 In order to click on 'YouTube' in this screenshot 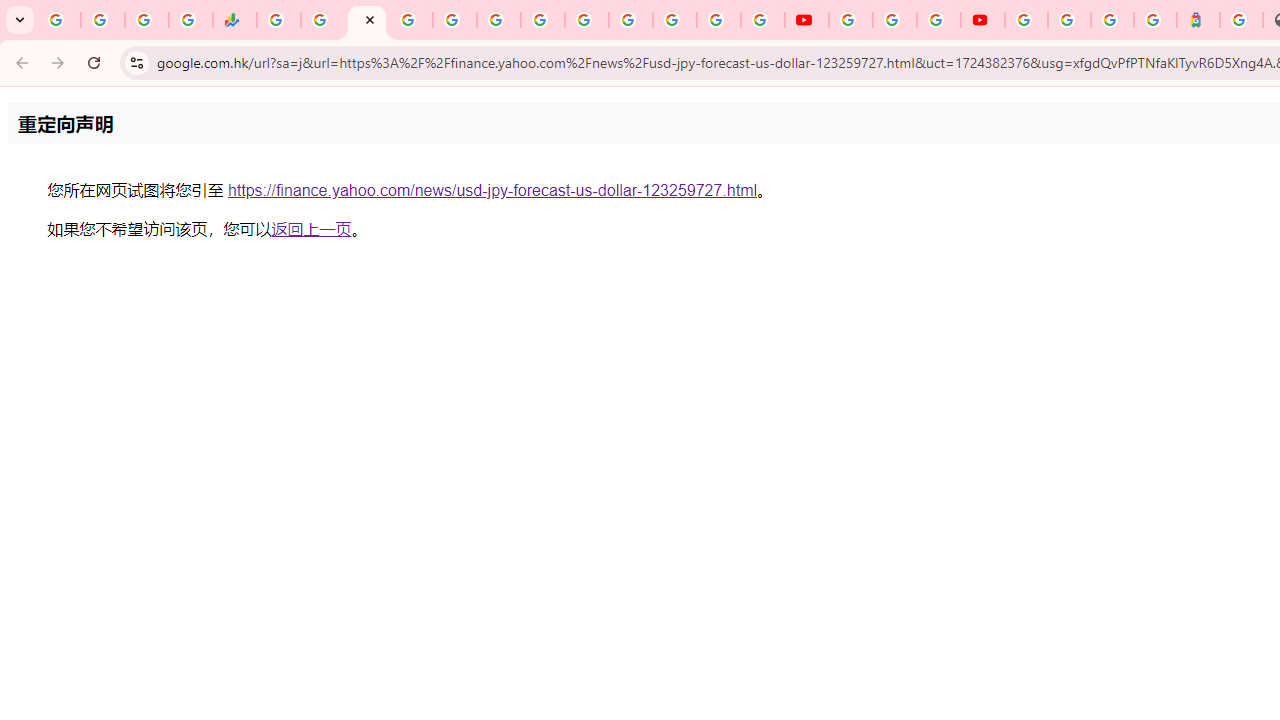, I will do `click(851, 20)`.